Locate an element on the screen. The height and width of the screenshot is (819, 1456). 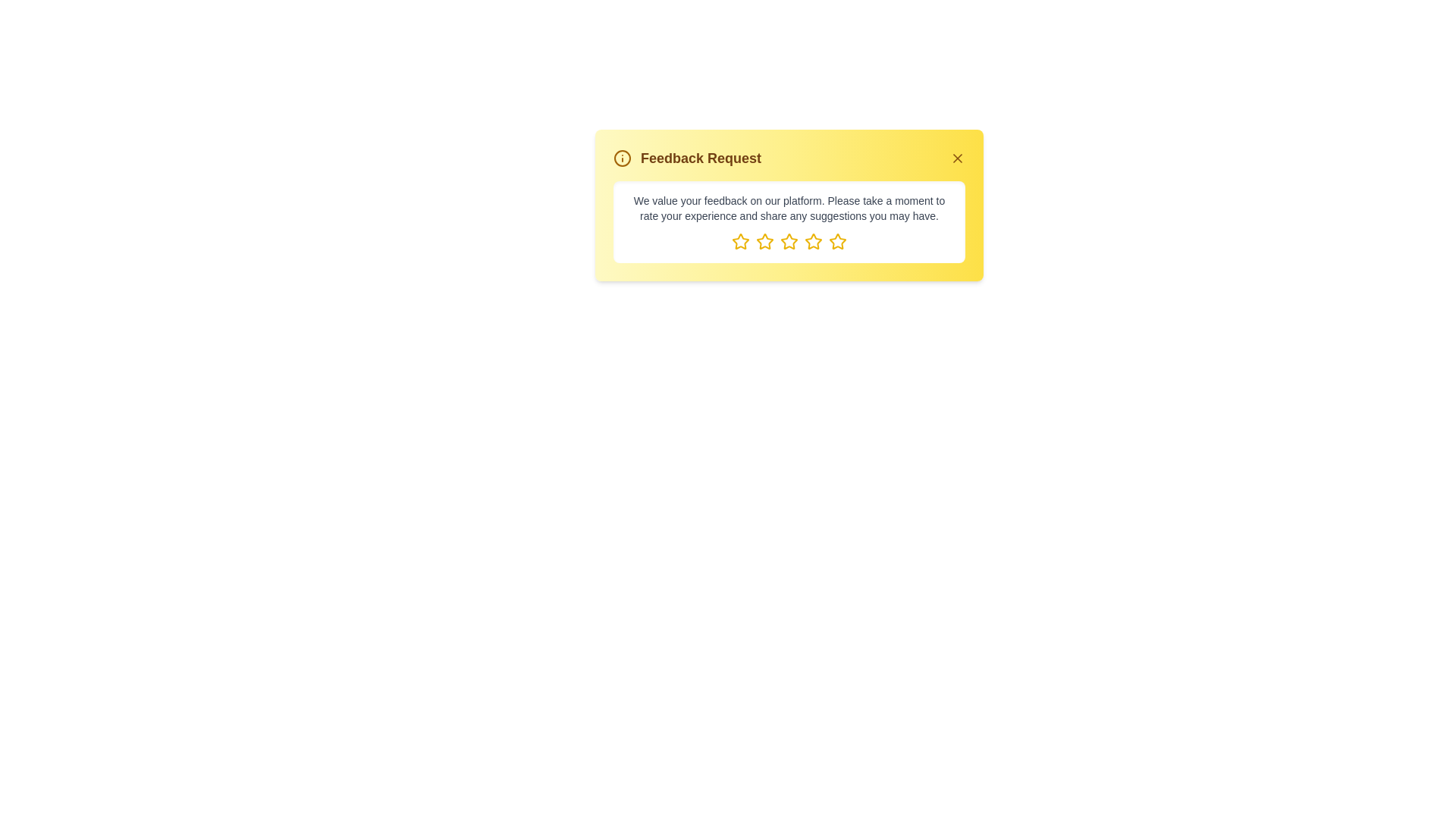
the element star_1 to observe its hover effect is located at coordinates (741, 241).